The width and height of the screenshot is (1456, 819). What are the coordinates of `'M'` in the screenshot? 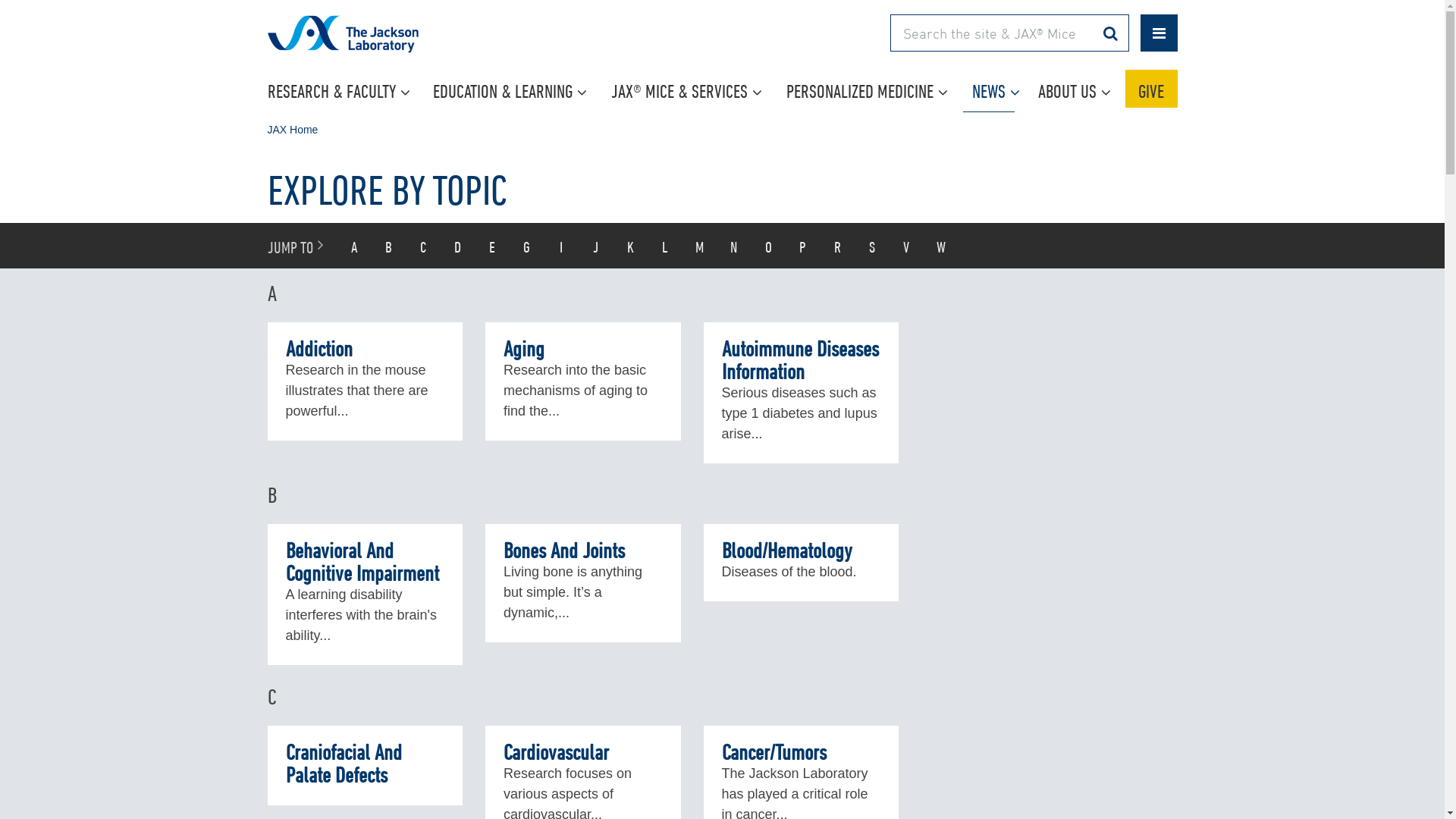 It's located at (698, 245).